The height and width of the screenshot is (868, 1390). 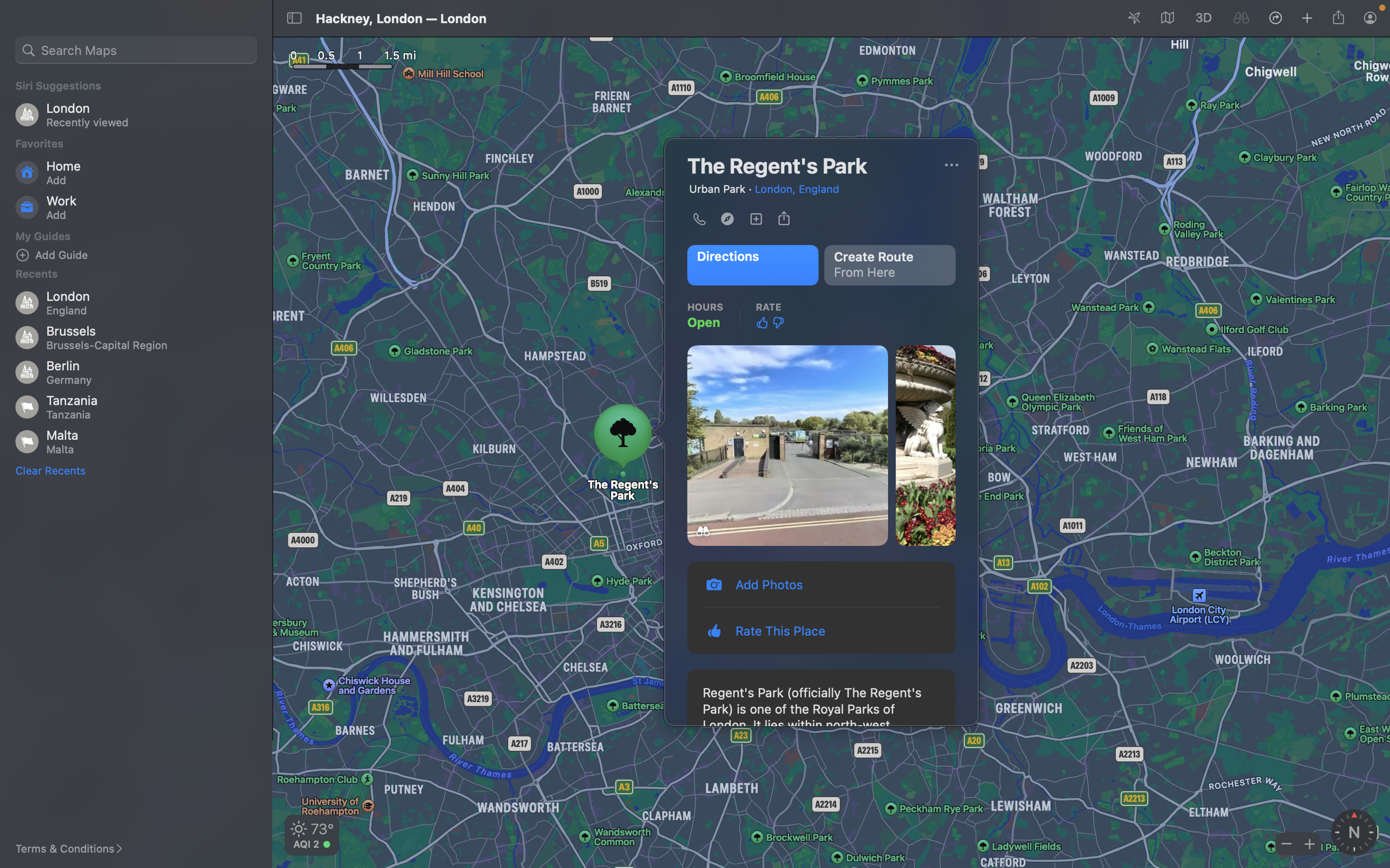 I want to click on Approve the location by clicking on the thumbs up icon, so click(x=762, y=322).